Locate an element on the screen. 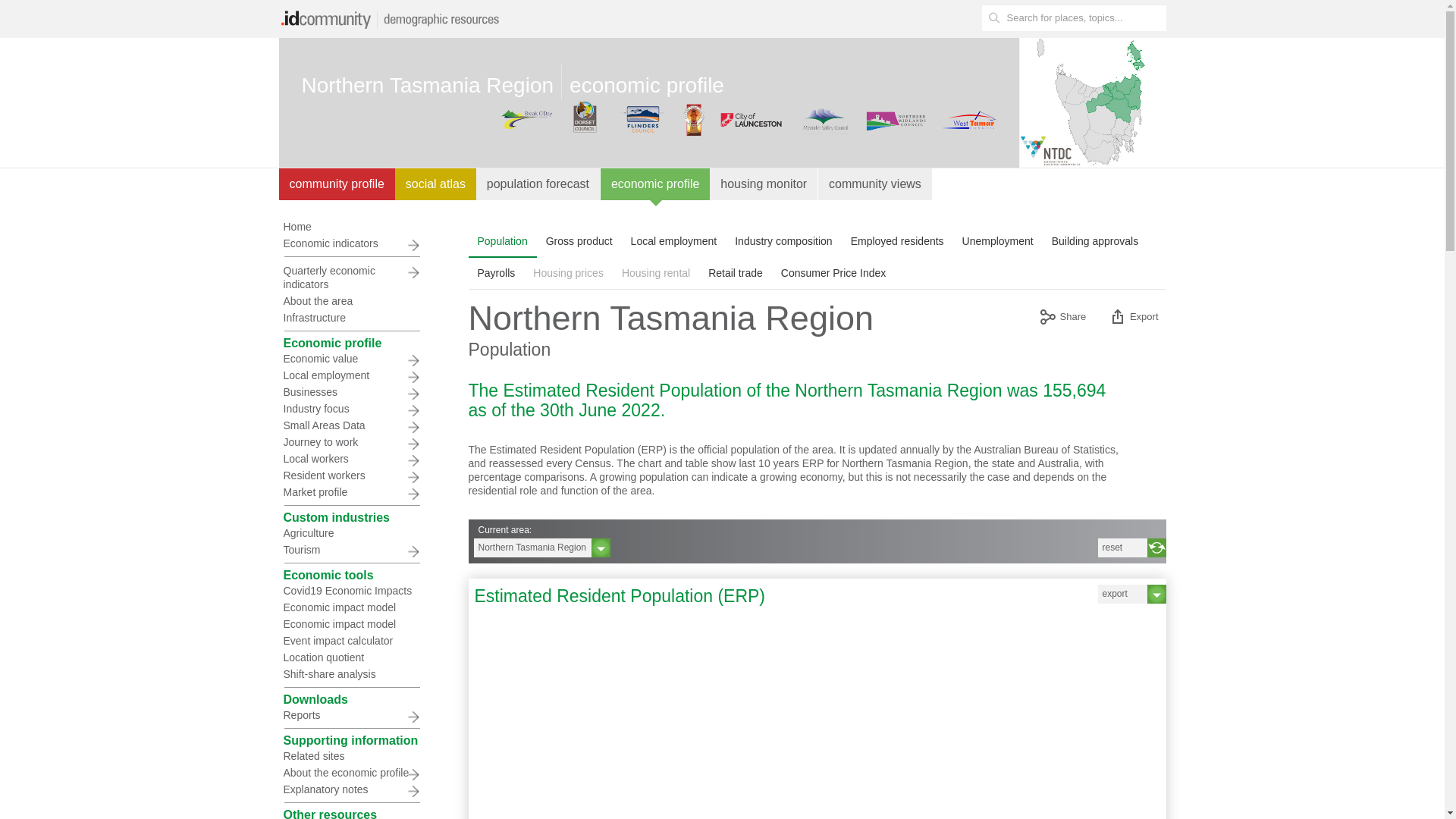 Image resolution: width=1456 pixels, height=819 pixels. 'Payrolls' is located at coordinates (468, 271).